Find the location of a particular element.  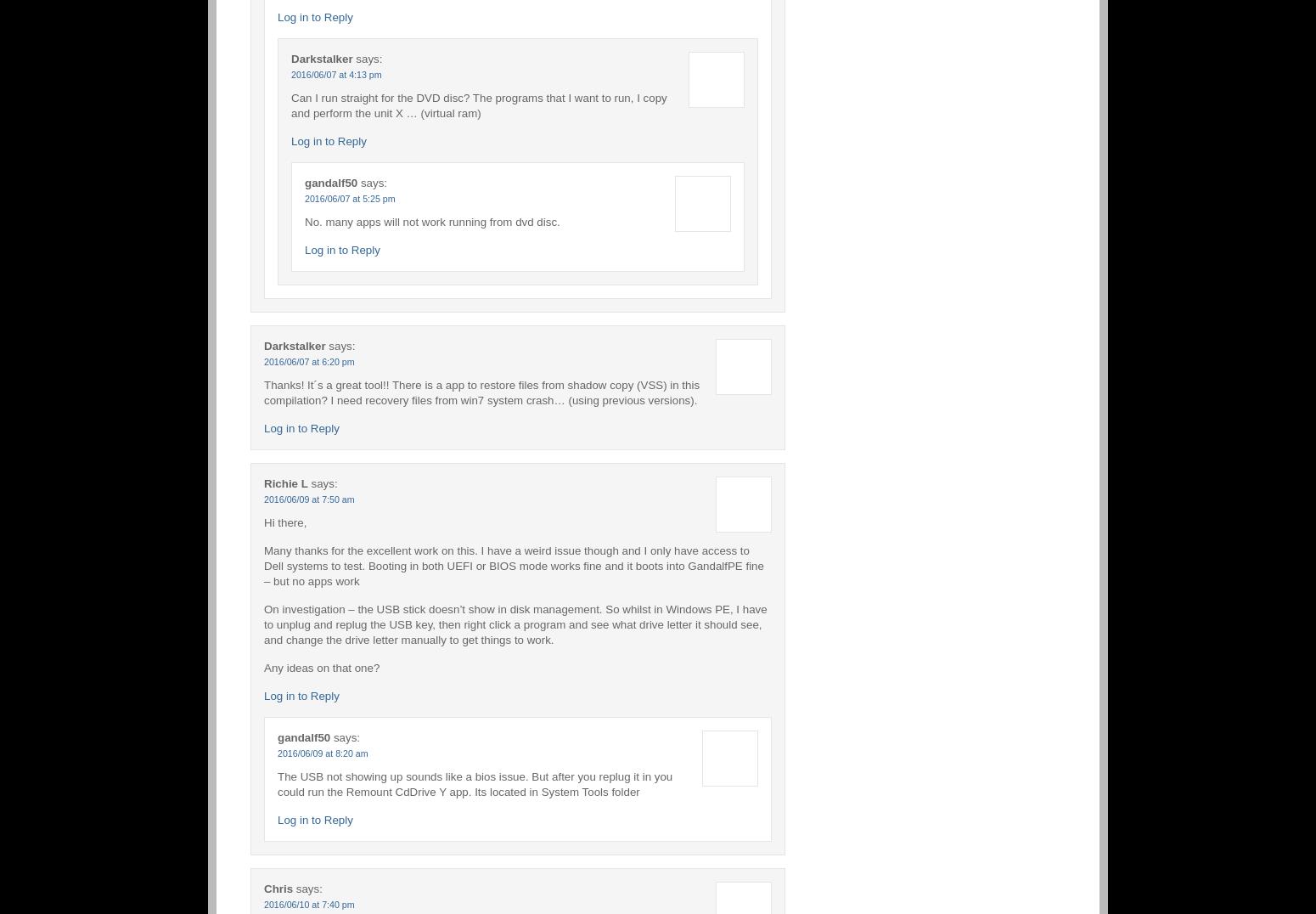

'Hi there,' is located at coordinates (284, 522).